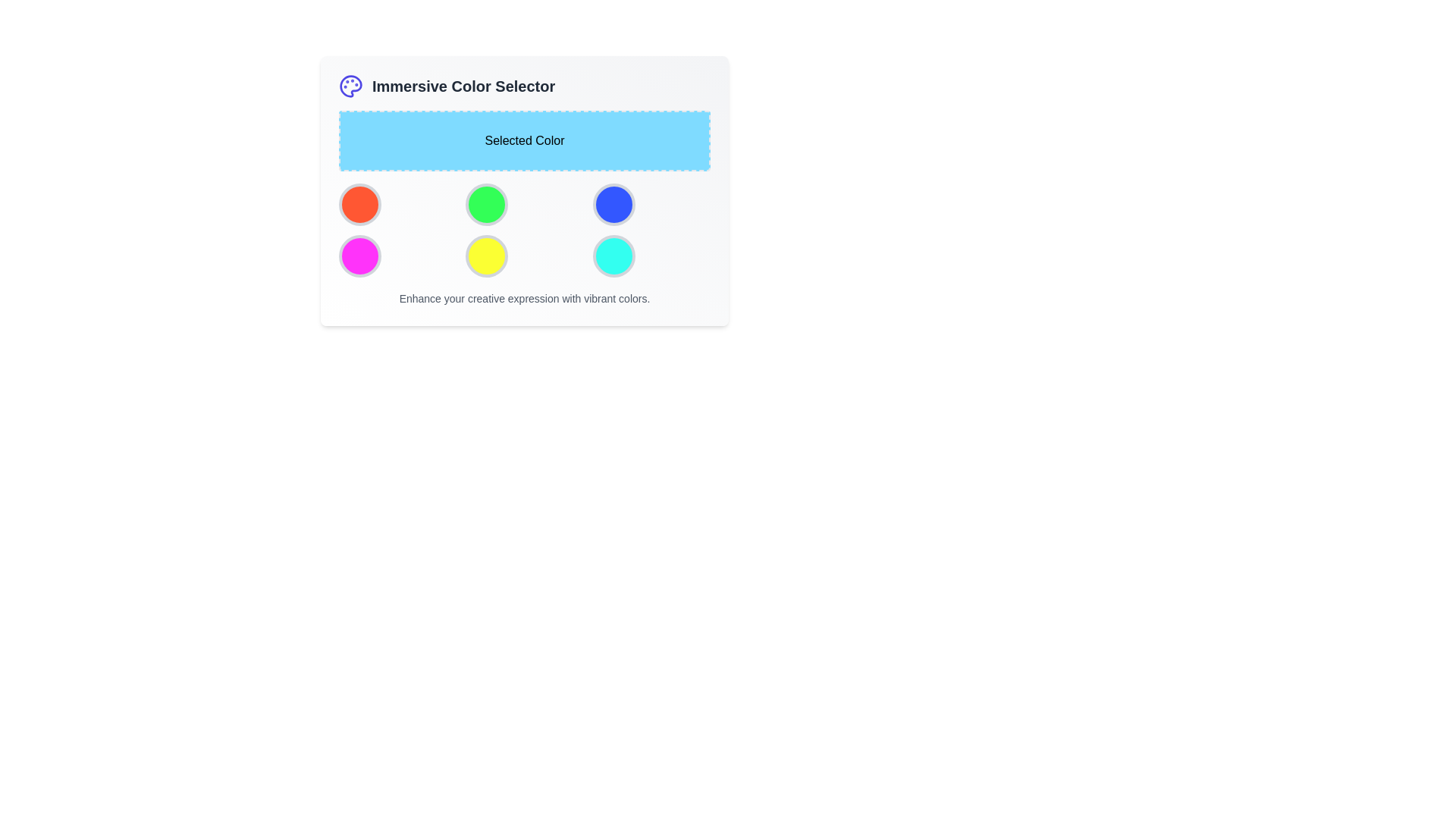  Describe the element at coordinates (359, 256) in the screenshot. I see `the interactive color choice button located in the first column of the second row of the color palette picker grid` at that location.